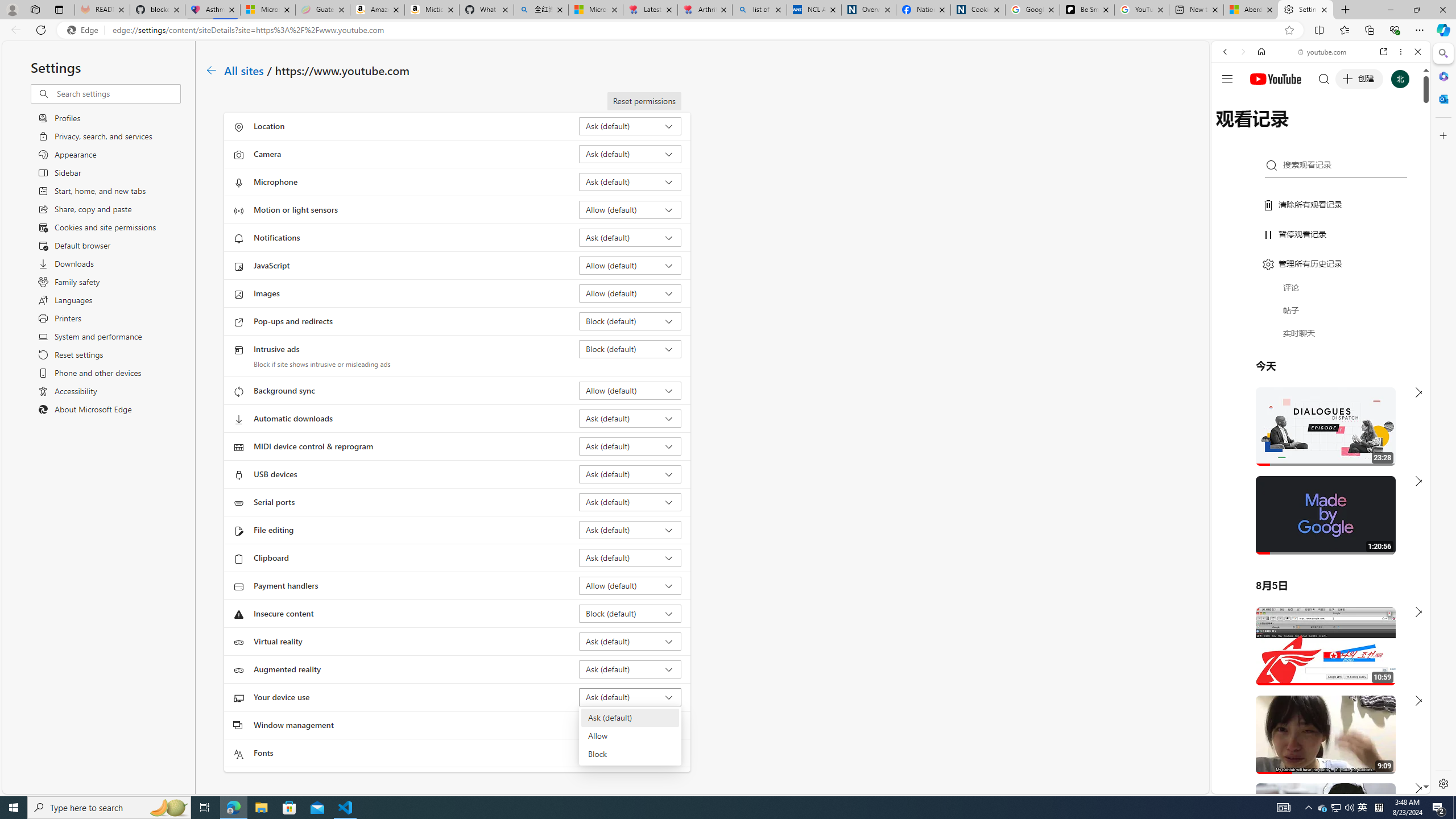  I want to click on 'US[ju]', so click(1249, 784).